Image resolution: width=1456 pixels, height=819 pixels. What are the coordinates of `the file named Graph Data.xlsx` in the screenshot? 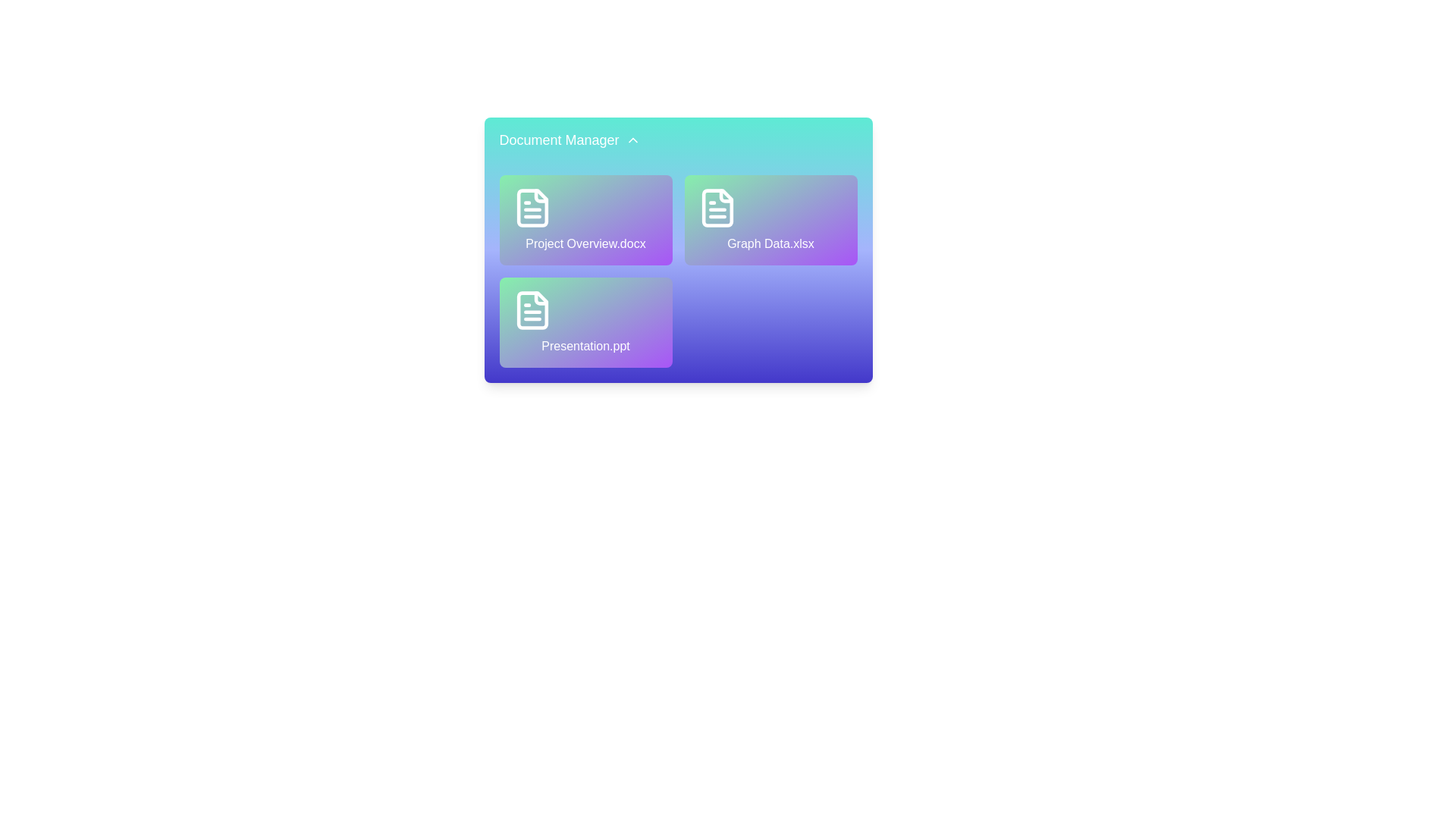 It's located at (770, 220).